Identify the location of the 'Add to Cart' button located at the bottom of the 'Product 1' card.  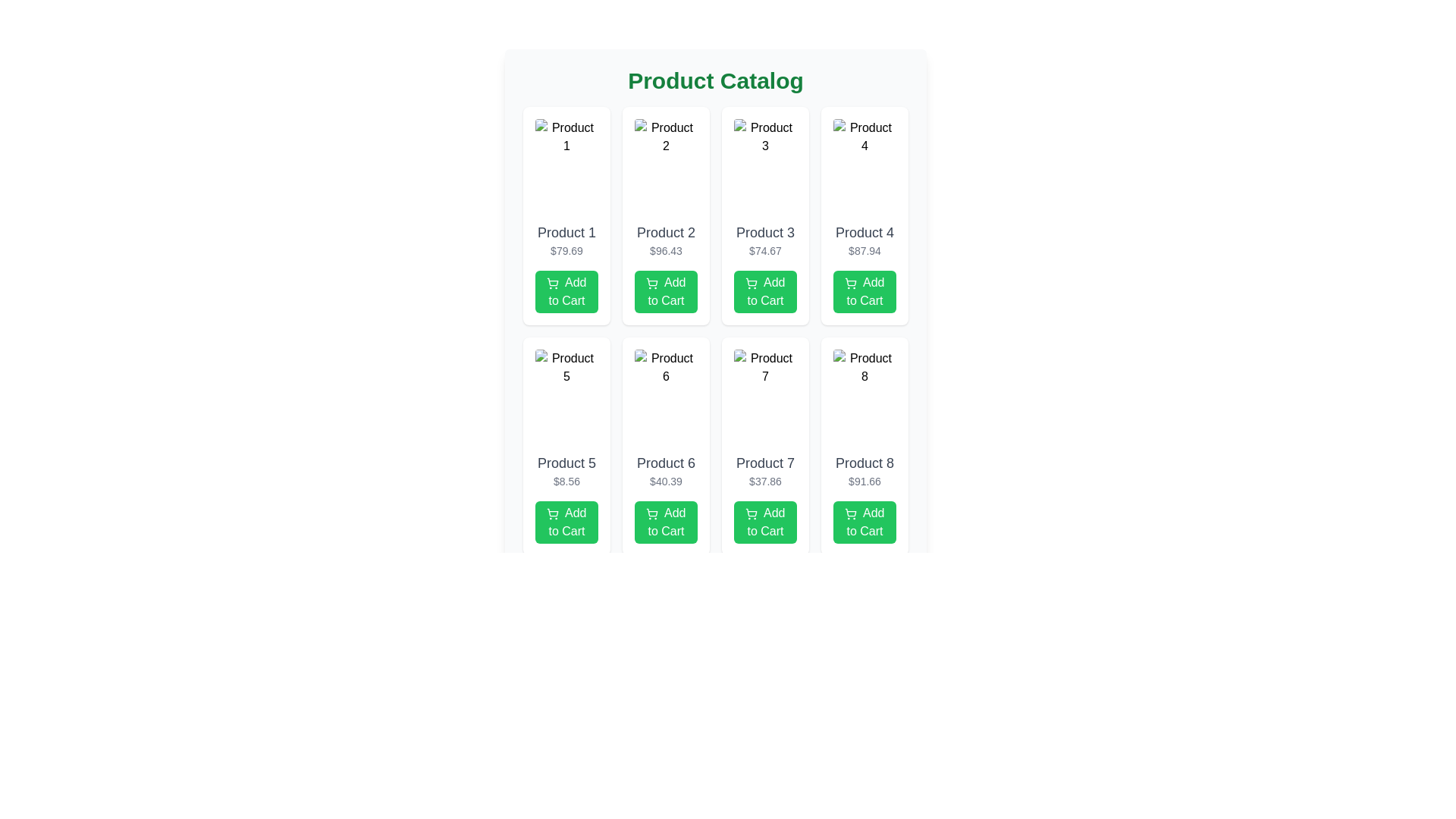
(566, 292).